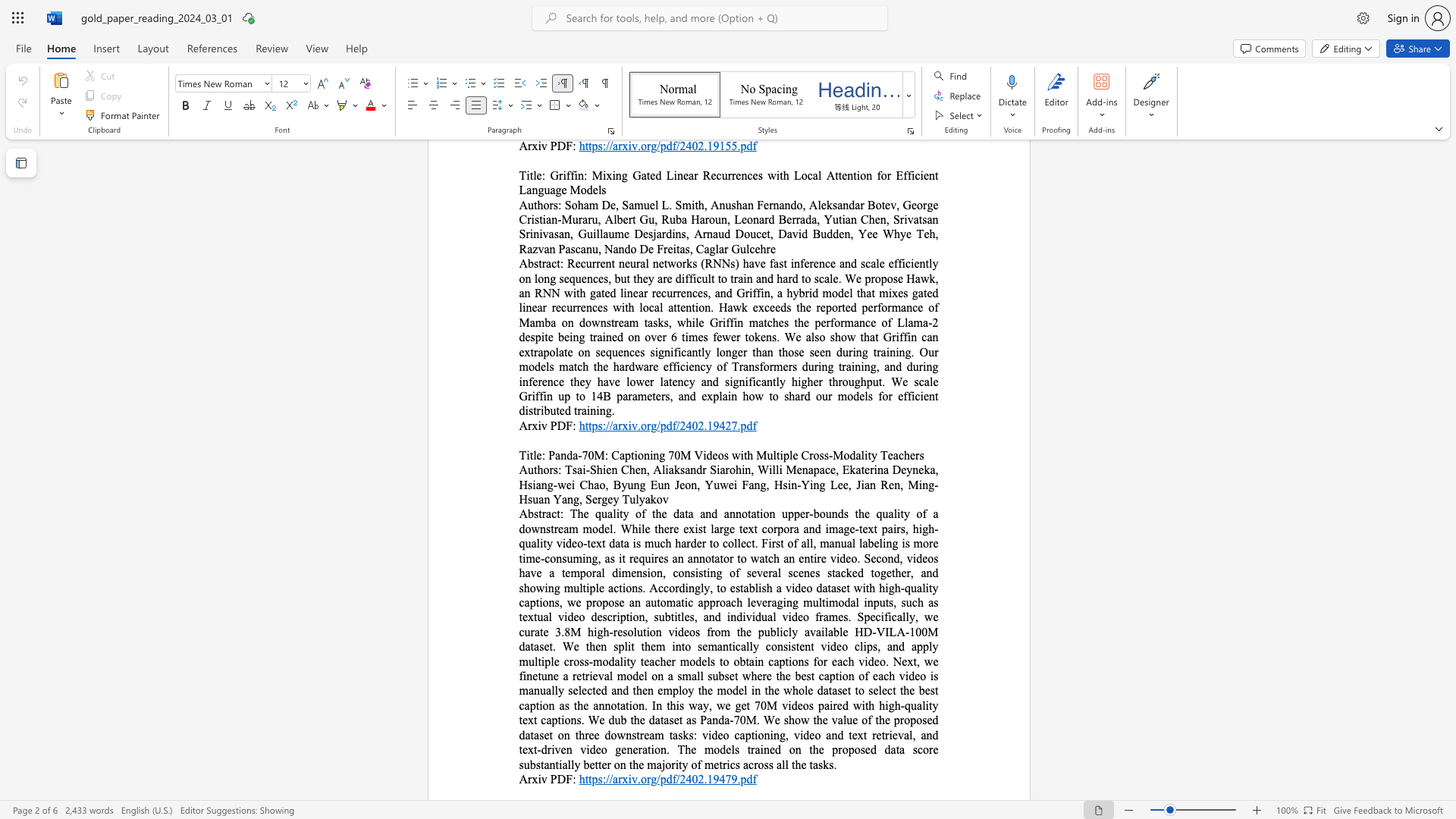 Image resolution: width=1456 pixels, height=819 pixels. What do you see at coordinates (623, 513) in the screenshot?
I see `the subset text "y of the data and annotation upper-bounds the quality of a downstream model. While there exist large text corpora and image-text pairs, high-quality video-text data is much harder to collect. First of all, manual labeling is more time-consuming, as it requires an annotator to watch an entire video. Second, videos have a temporal dimension, consisting of several scenes stacked together, and showing multiple actions. Accordingly, to establish a video dataset with high-quality captions, we propose an automatic approach leveraging multimodal inputs, such as textual video description, subtitles, and individual video frames. Specifically, we curate 3.8M high-resolution videos from the publicly available HD-VILA-100M dataset. We then split them into semantically consistent video clips, and apply multiple cross-modality teacher models to obtain captions for each video. Next, we finetune a retrieval model on a small subset where the best caption of each video is manually selected and then employ the model in the whole datas" within the text "The quality of the data and annotation upper-bounds the quality of a downstream model. While there exist large text corpora and image-text pairs, high-quality video-text data is much harder to collect. First of all, manual labeling is more time-consuming, as it requires an annotator to watch an entire video. Second, videos have a temporal dimension, consisting of several scenes stacked together, and showing multiple actions. Accordingly, to establish a video dataset with high-quality captions, we propose an automatic approach leveraging multimodal inputs, such as textual video description, subtitles, and individual video frames. Specifically, we curate 3.8M high-resolution videos from the publicly available HD-VILA-100M dataset. We then split them into semantically consistent video clips, and apply multiple cross-modality teacher models to obtain captions for each video. Next, we finetune a retrieval model on a small subset where the best caption of each video is manually selected and then employ the model in the whole dataset to select the best caption as the annotation. In"` at bounding box center [623, 513].